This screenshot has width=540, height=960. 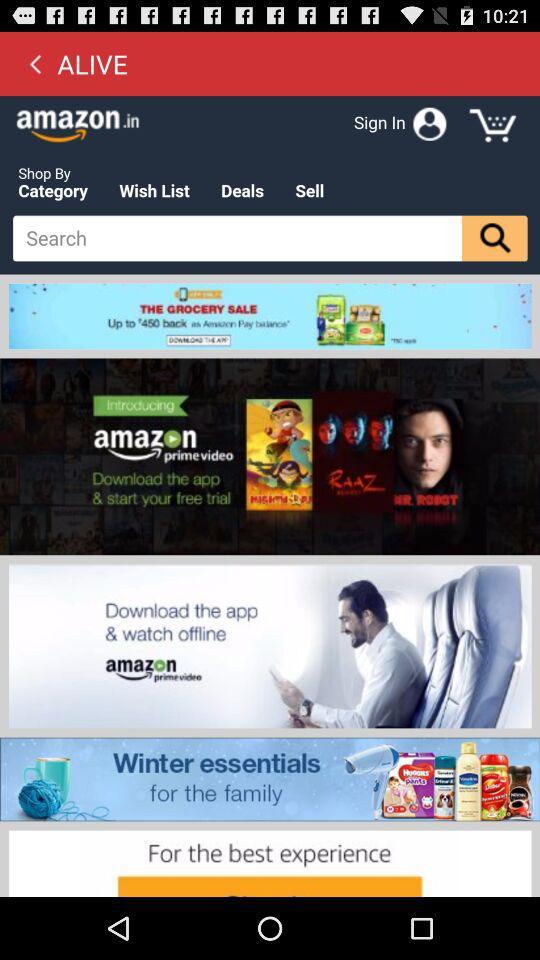 I want to click on go back, so click(x=35, y=63).